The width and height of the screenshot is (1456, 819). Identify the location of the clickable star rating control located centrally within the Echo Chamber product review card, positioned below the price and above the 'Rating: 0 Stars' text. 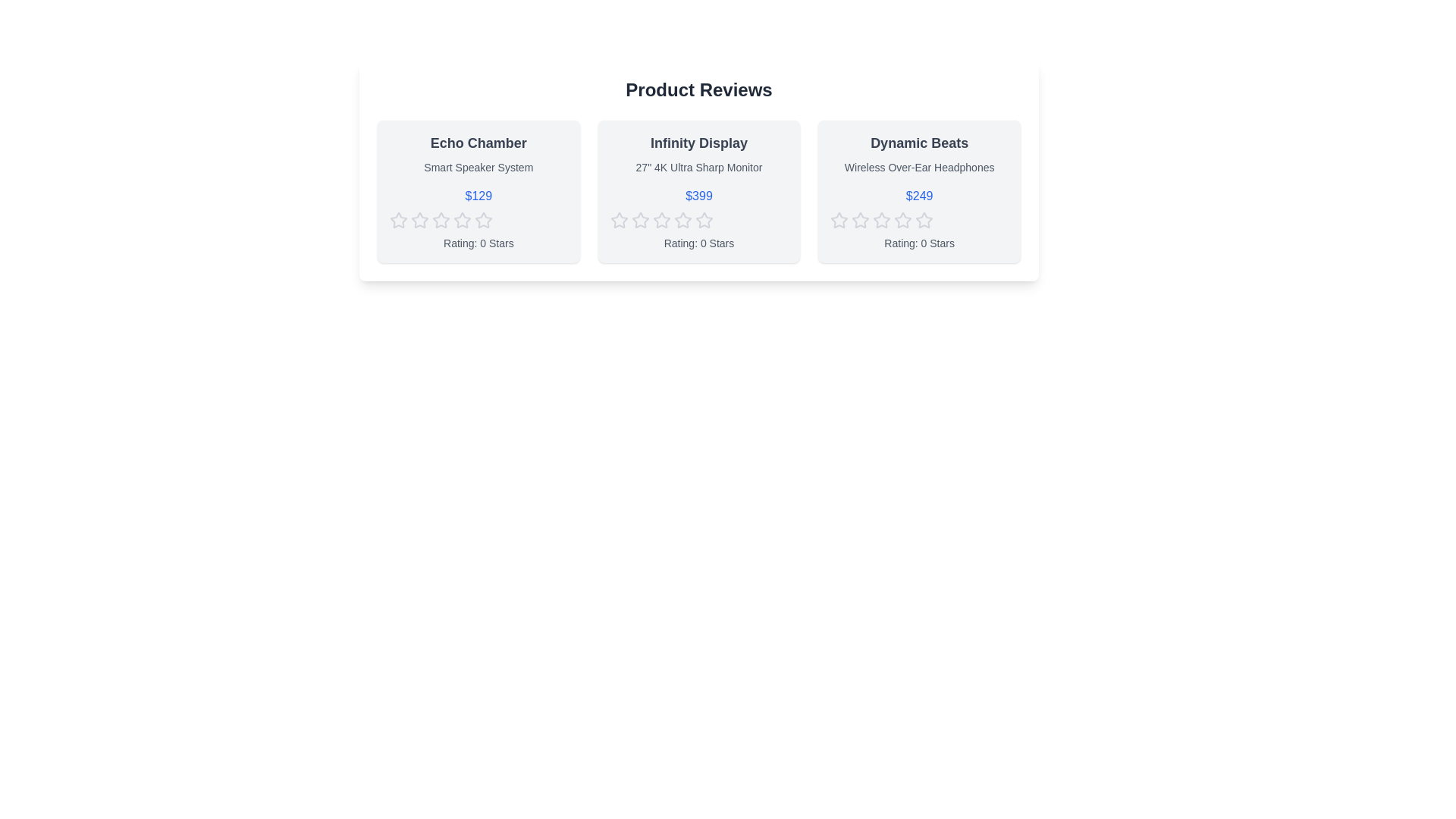
(478, 220).